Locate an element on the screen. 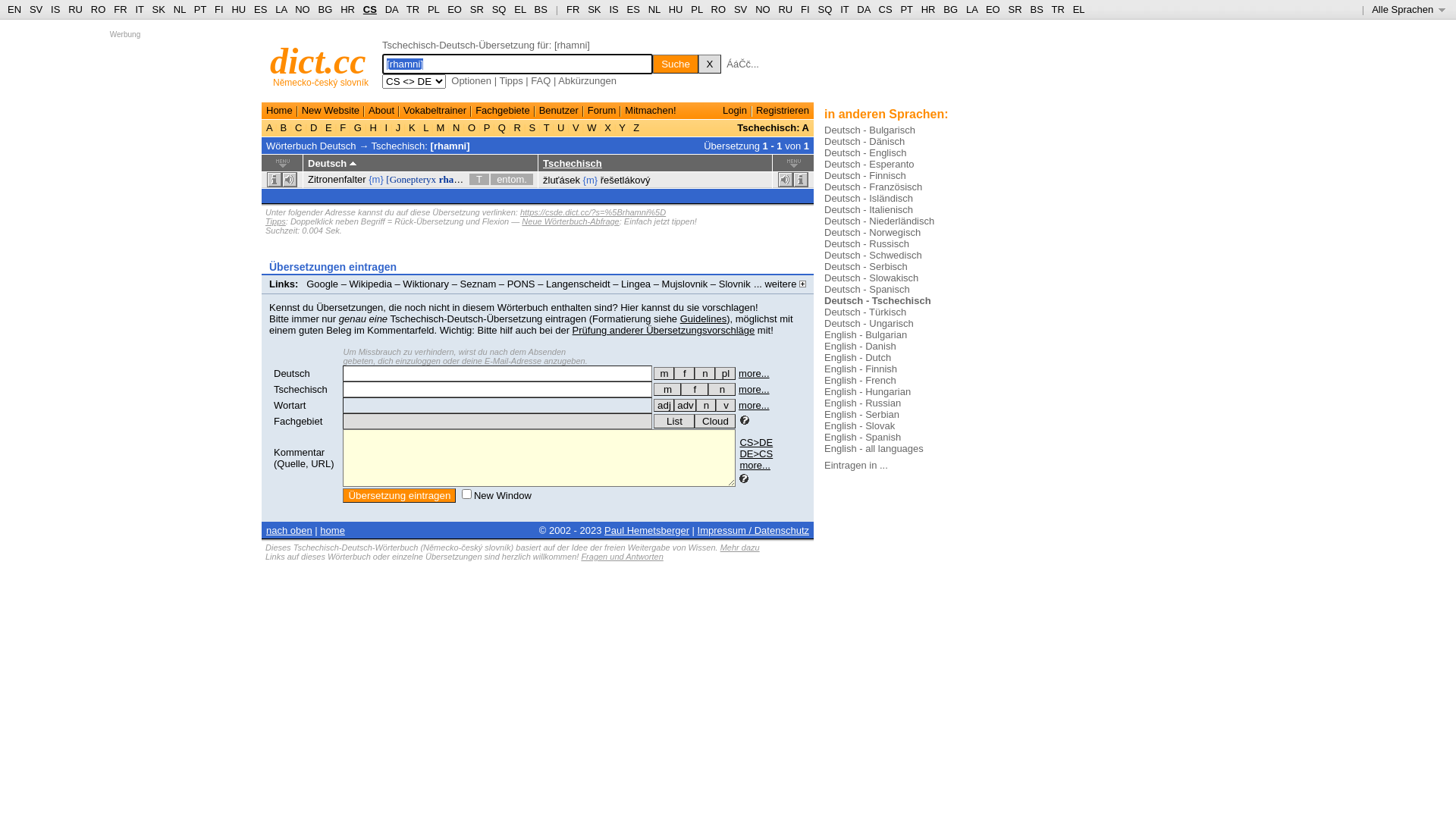 The height and width of the screenshot is (819, 1456). 'die - weiblich (Femininum)' is located at coordinates (673, 373).